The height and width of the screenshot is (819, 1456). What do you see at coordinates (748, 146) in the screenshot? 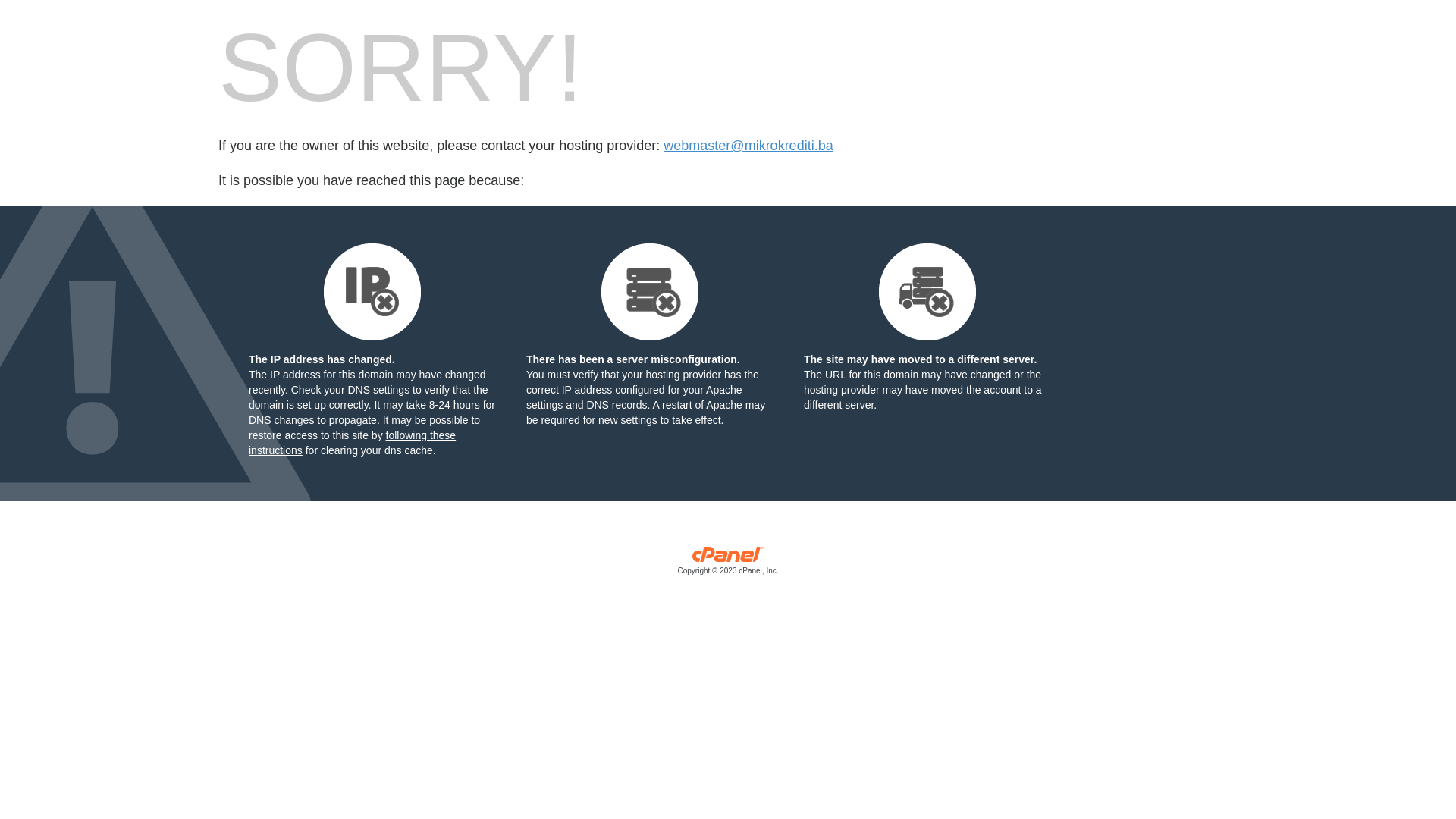
I see `'webmaster@mikrokrediti.ba'` at bounding box center [748, 146].